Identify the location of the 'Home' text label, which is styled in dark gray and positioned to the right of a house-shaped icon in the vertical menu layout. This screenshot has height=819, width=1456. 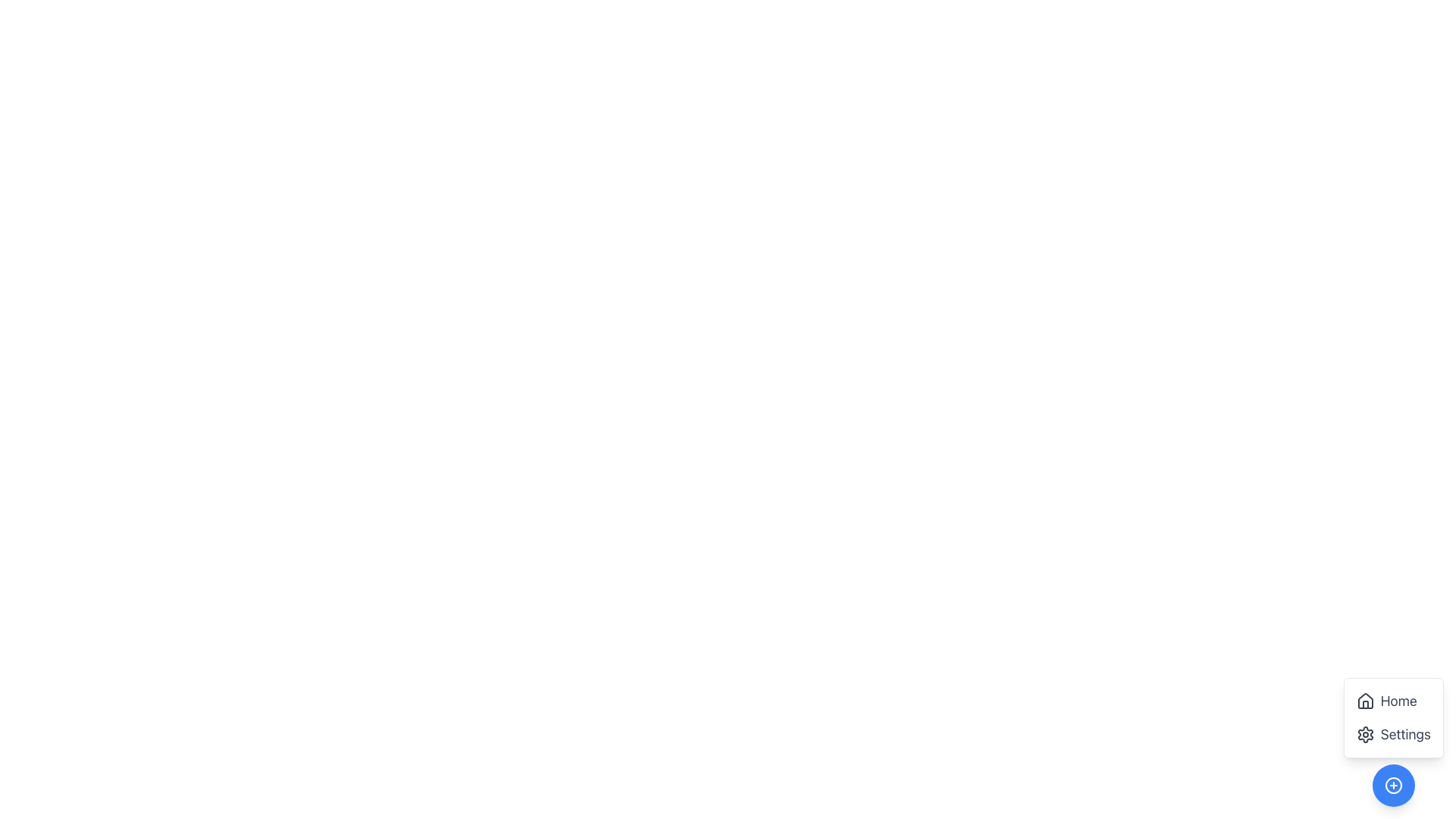
(1398, 701).